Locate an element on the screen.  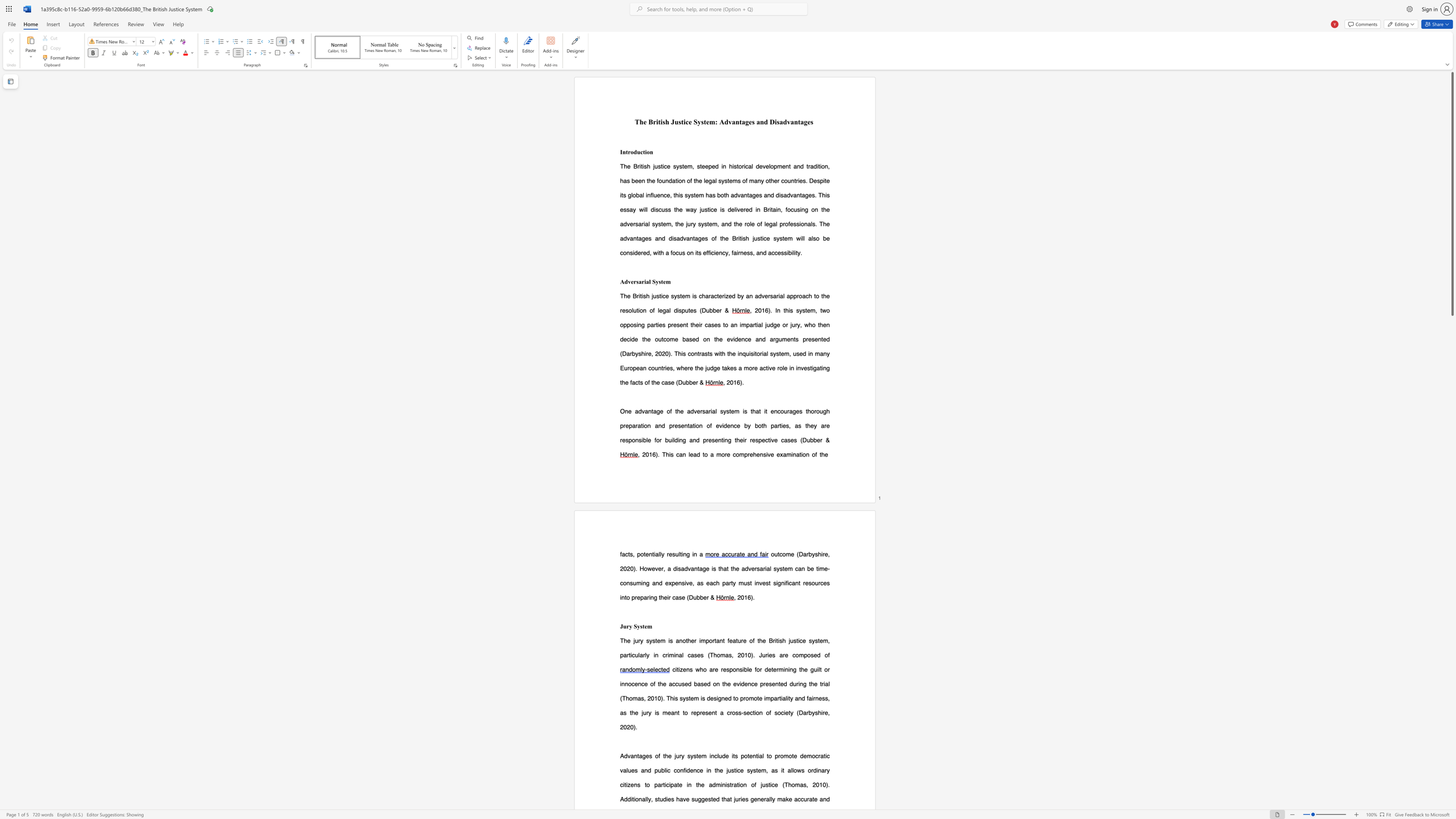
the 1th character "t" in the text is located at coordinates (643, 626).